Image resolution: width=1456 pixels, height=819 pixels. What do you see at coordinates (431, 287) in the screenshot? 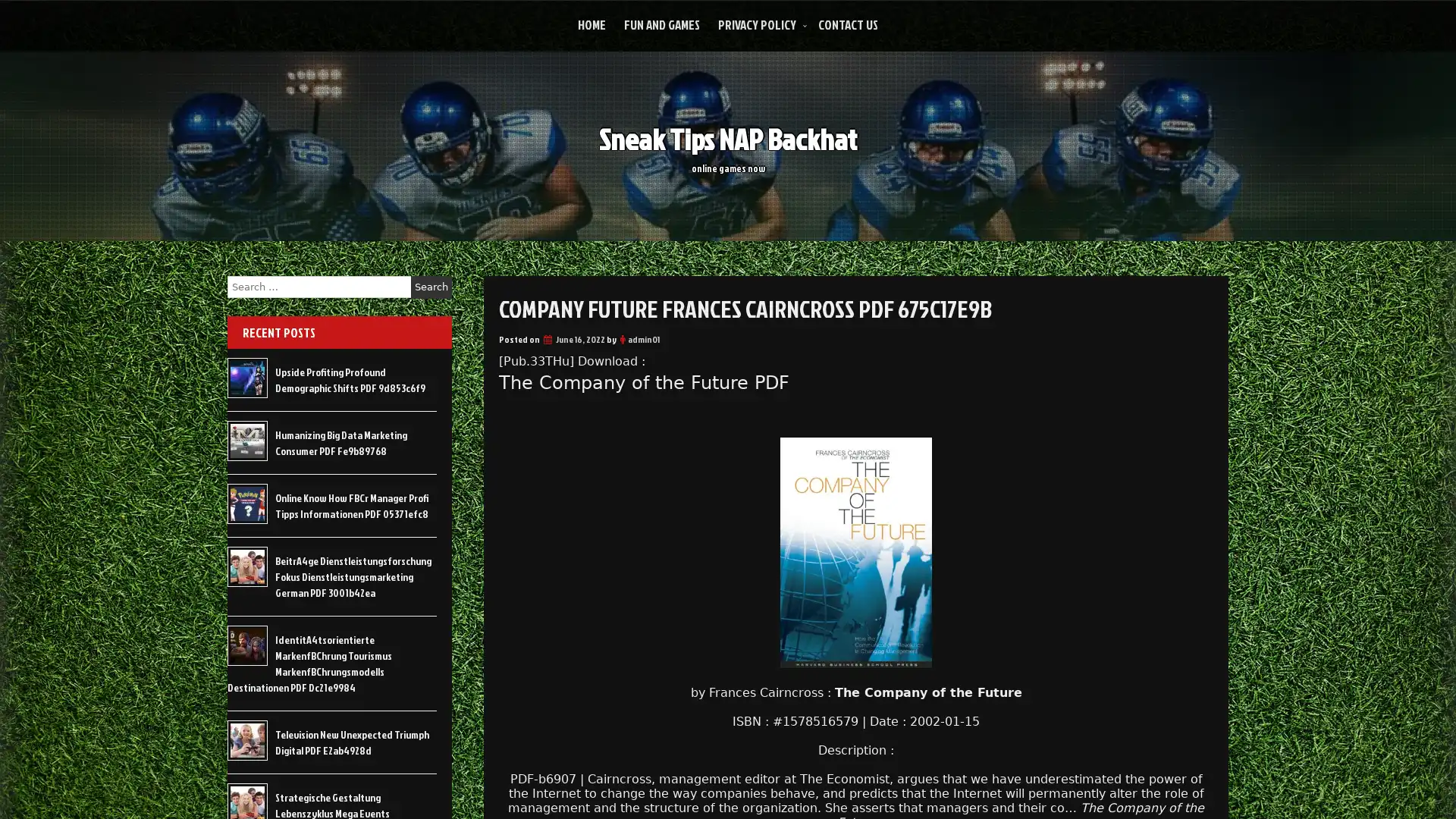
I see `Search` at bounding box center [431, 287].